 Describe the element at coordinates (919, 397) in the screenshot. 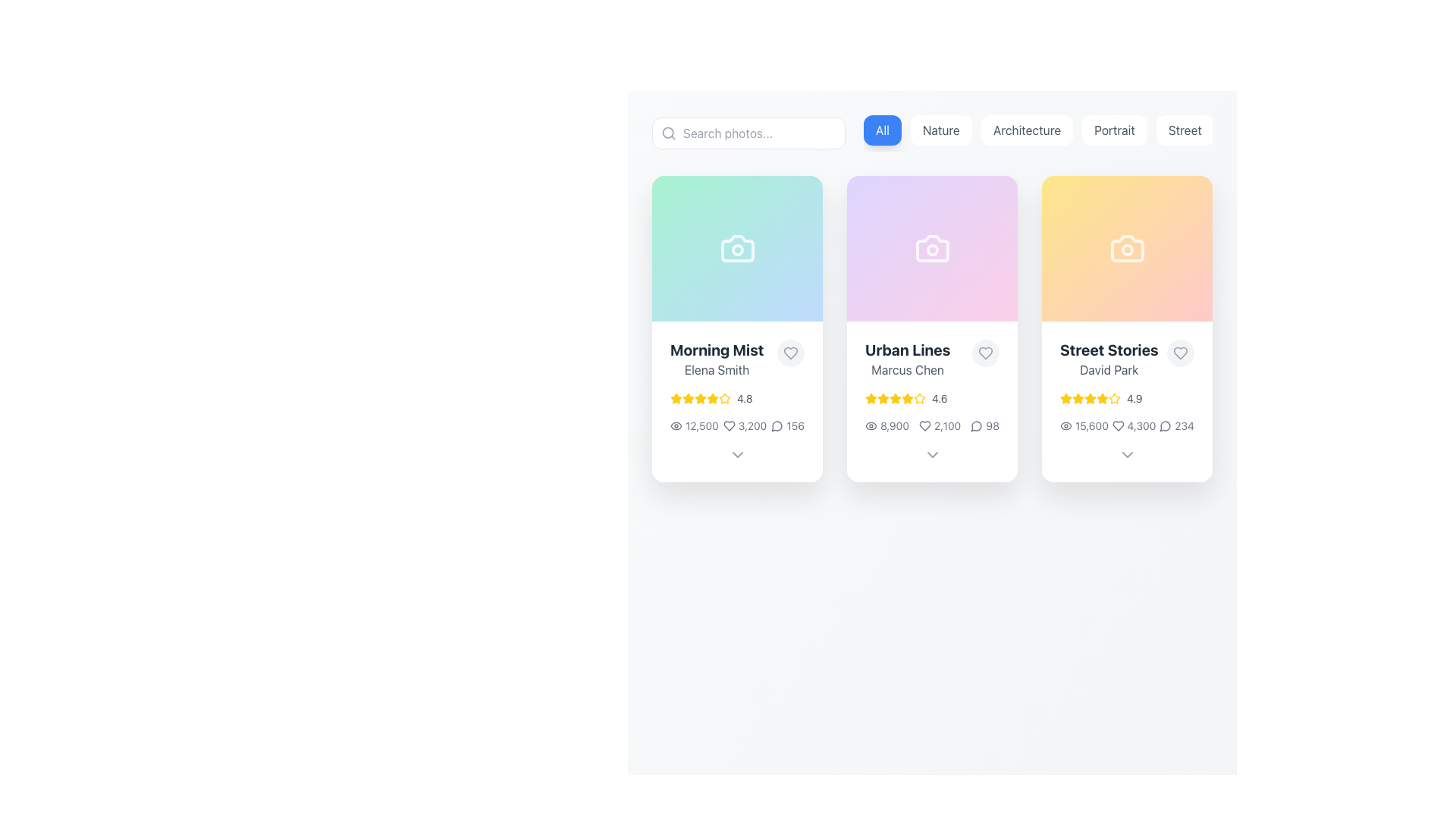

I see `the star icon representing the 4.6 rating under the 'Urban Lines' card, located in the second column of the three-column layout` at that location.